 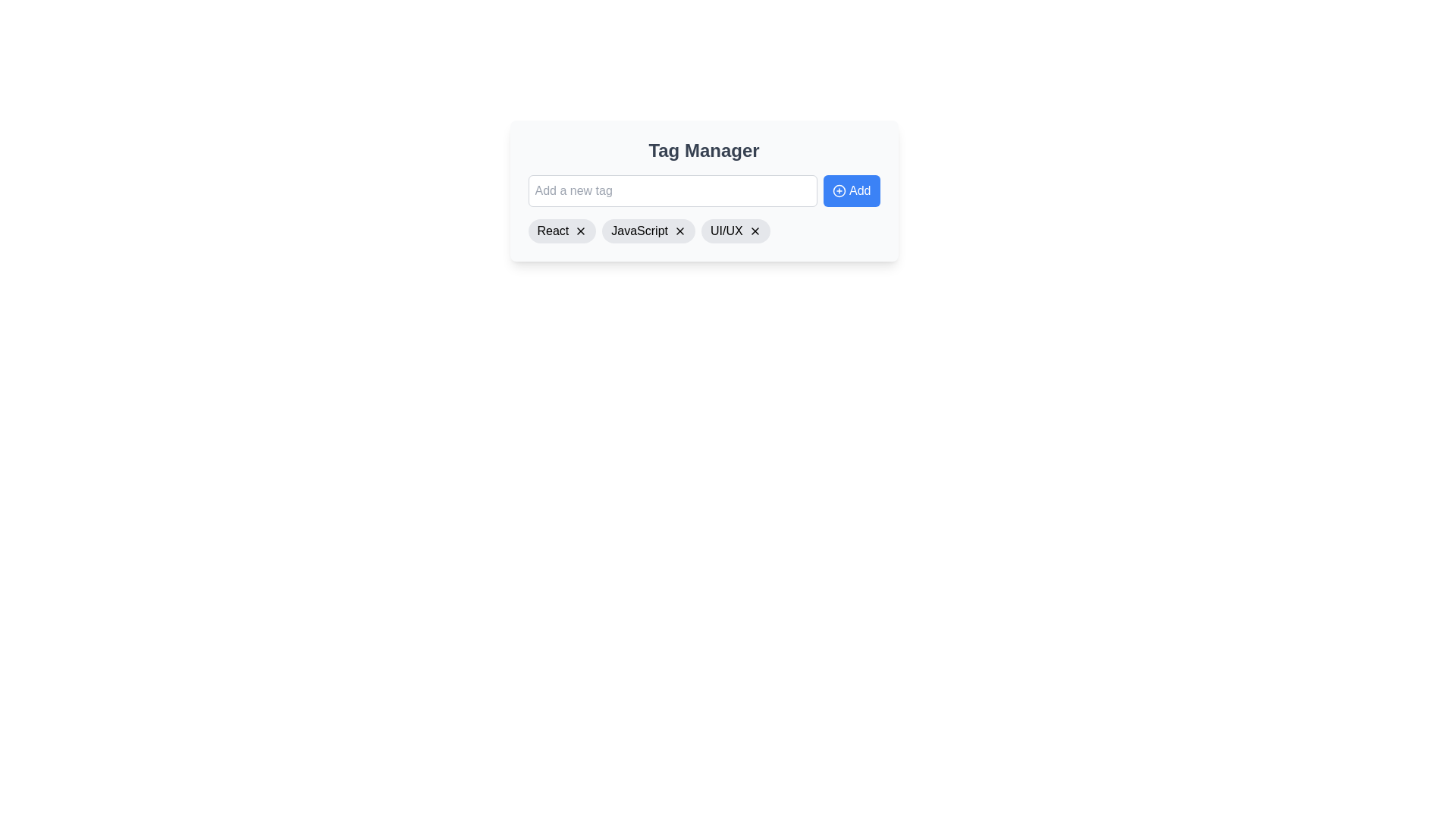 What do you see at coordinates (703, 151) in the screenshot?
I see `the static text label indicating 'Tag Manager', which serves as a heading for the section below it` at bounding box center [703, 151].